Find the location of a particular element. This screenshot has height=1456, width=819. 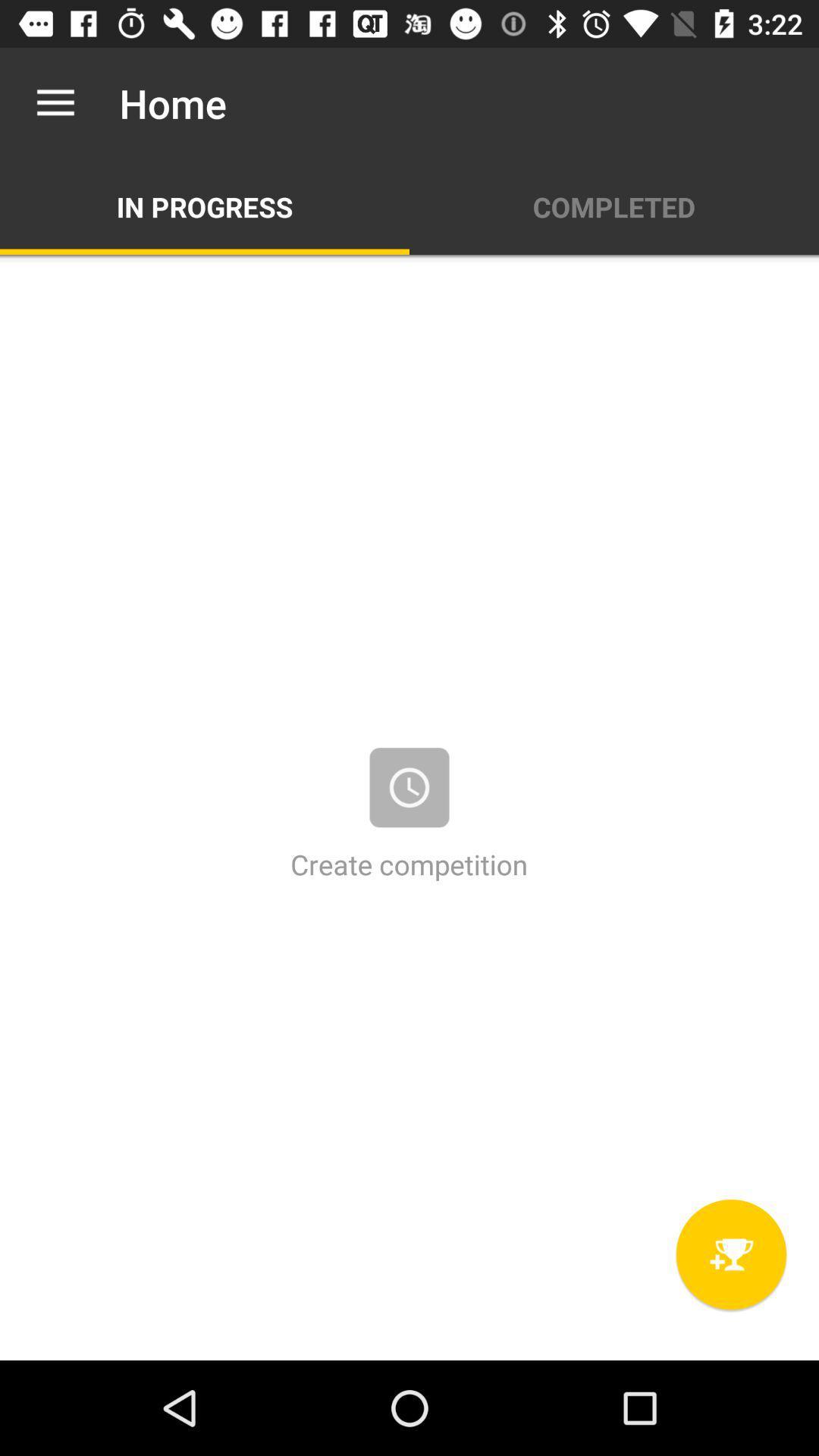

icon at the bottom right corner is located at coordinates (730, 1254).